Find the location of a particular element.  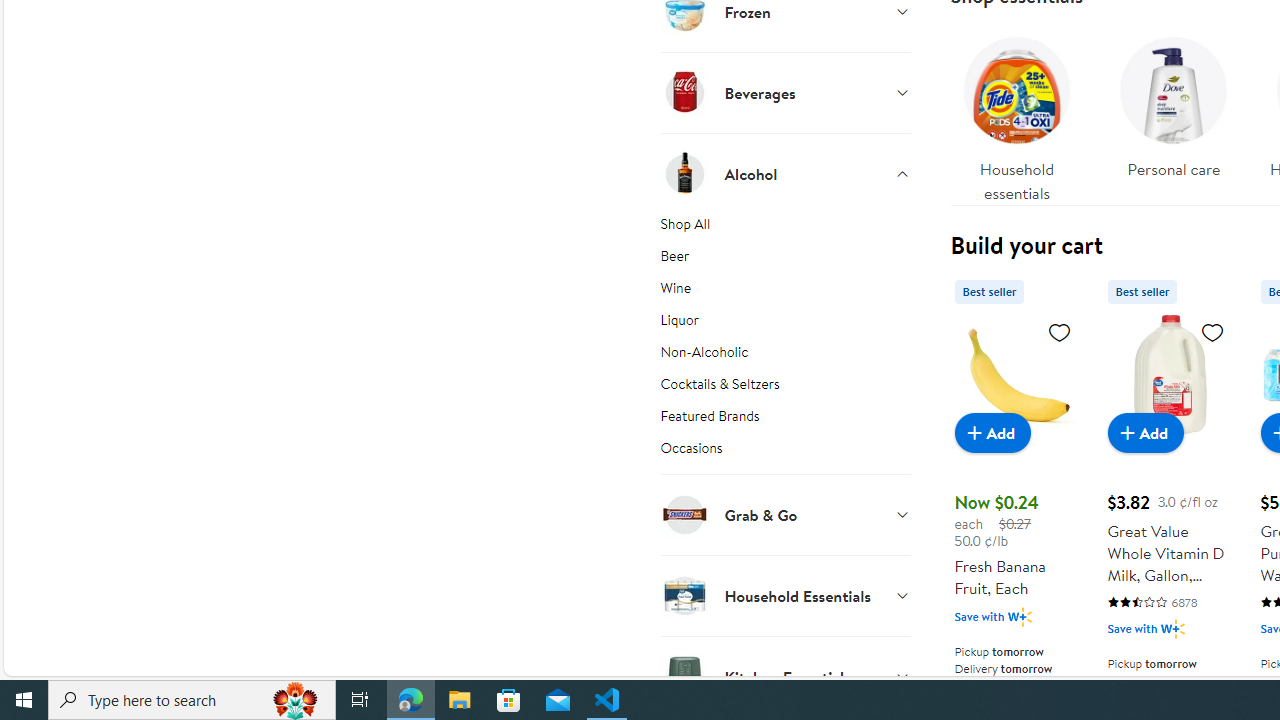

'Non-Alcoholic' is located at coordinates (784, 355).